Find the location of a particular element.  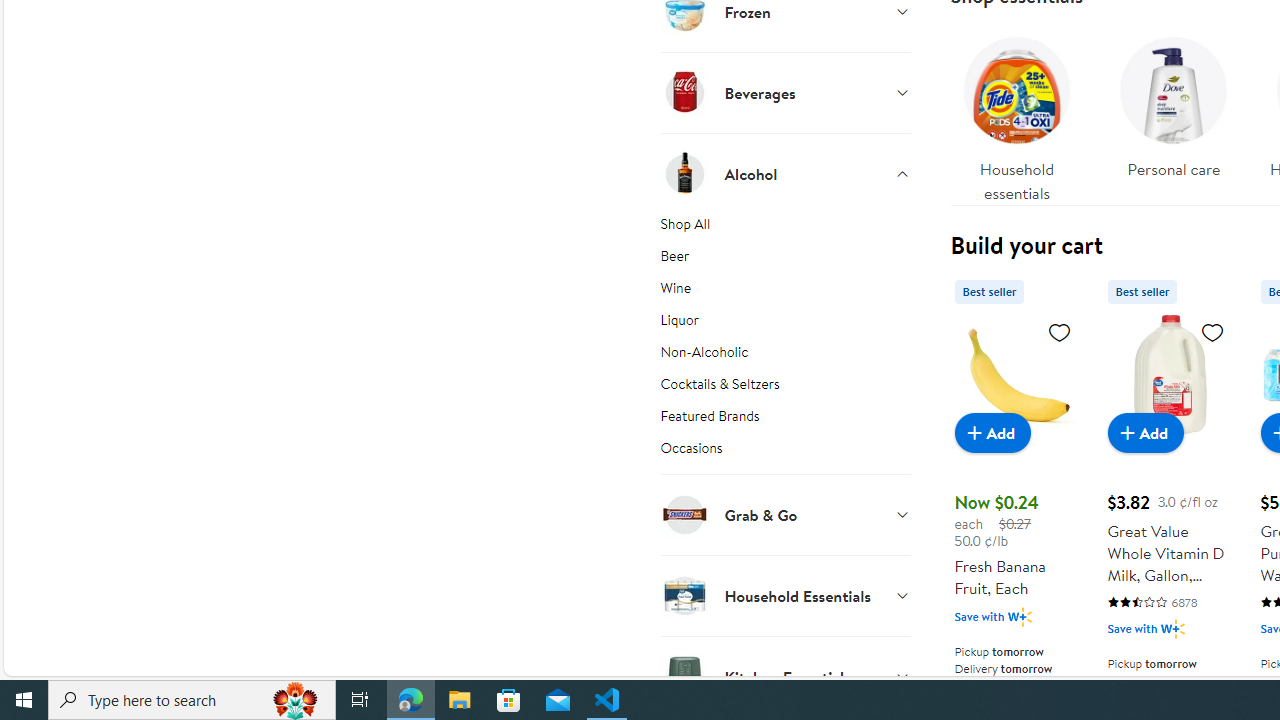

'Non-Alcoholic' is located at coordinates (784, 355).